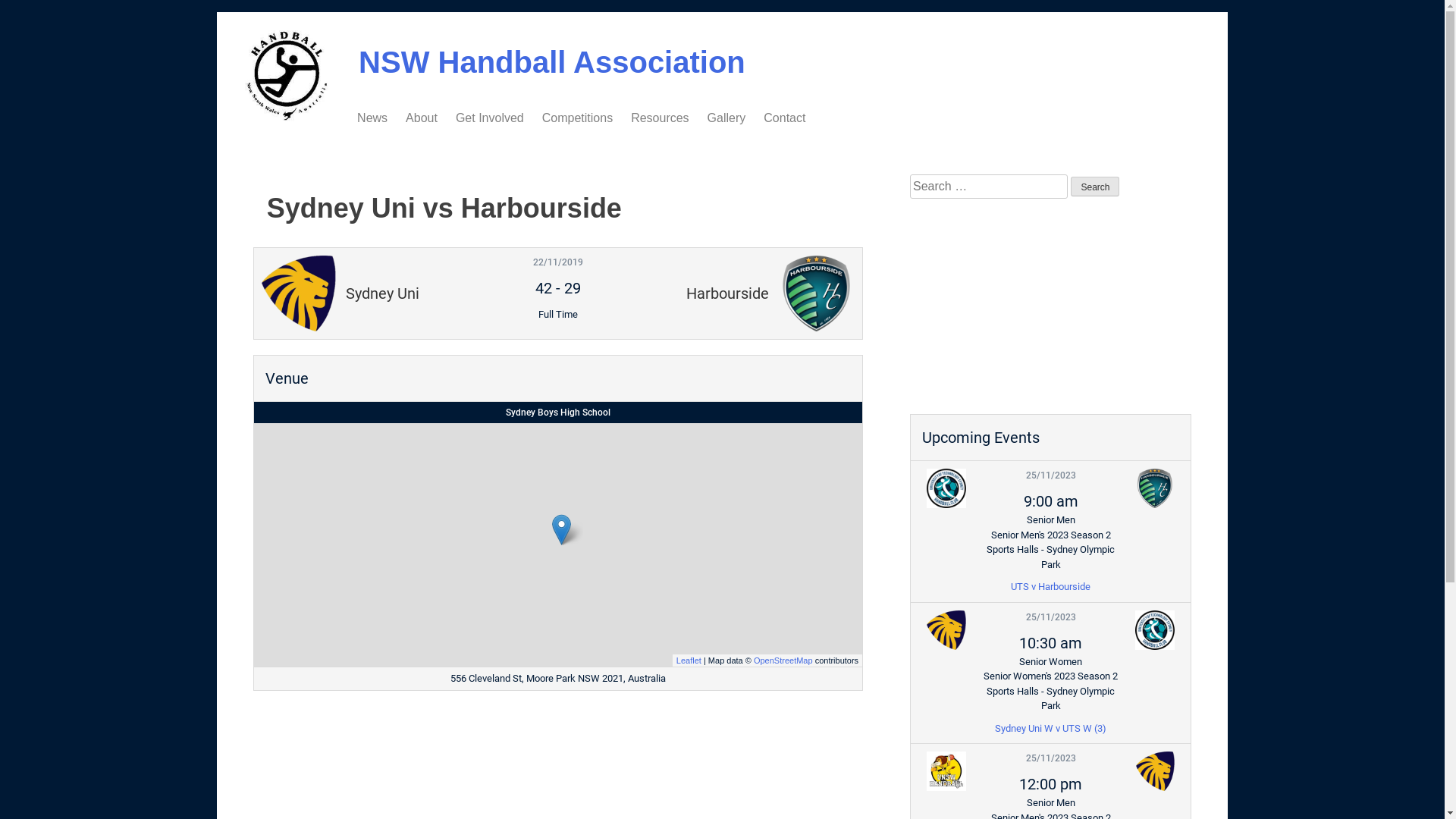 This screenshot has height=819, width=1456. What do you see at coordinates (753, 659) in the screenshot?
I see `'OpenStreetMap'` at bounding box center [753, 659].